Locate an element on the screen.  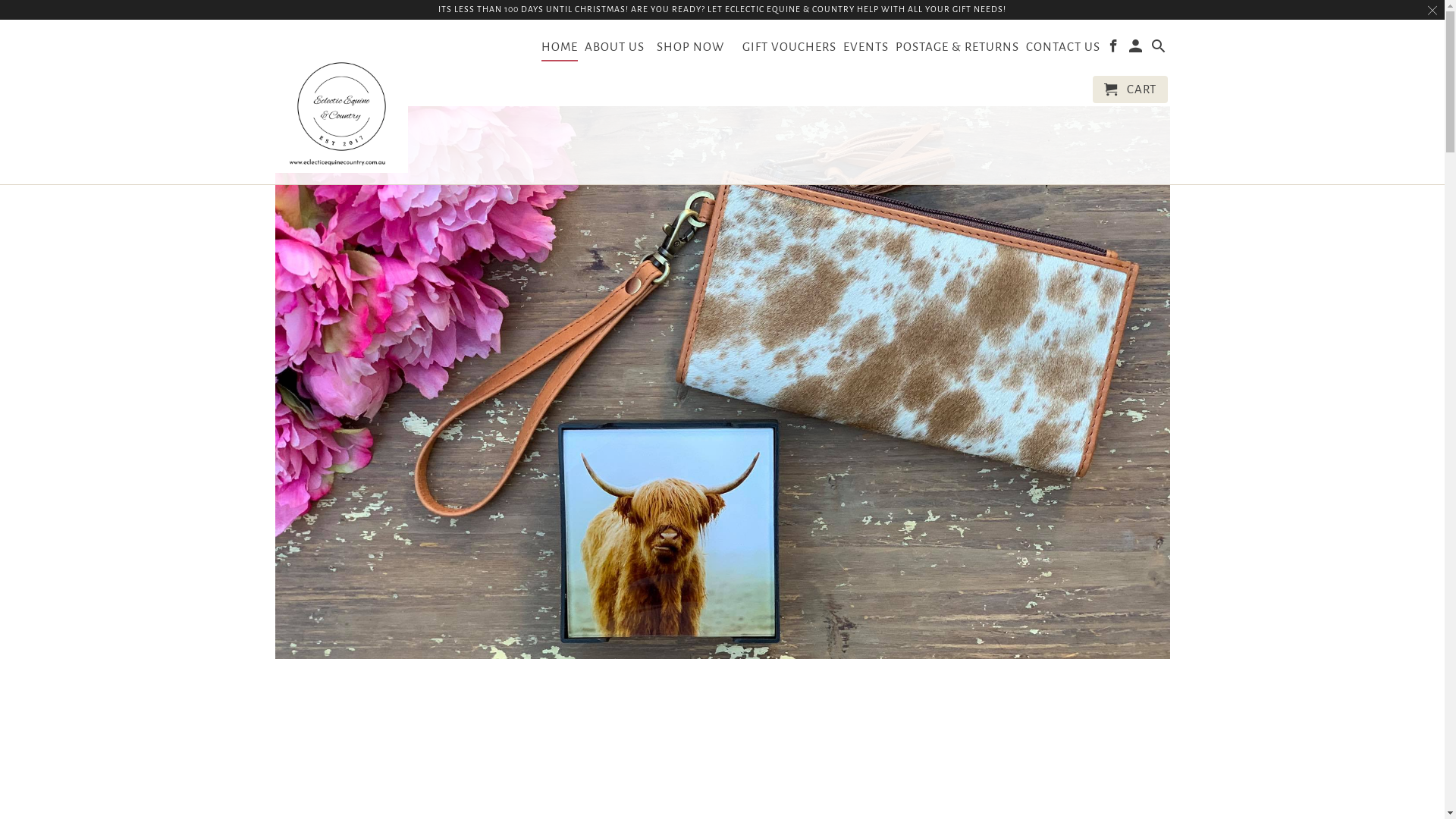
'Search' is located at coordinates (1159, 49).